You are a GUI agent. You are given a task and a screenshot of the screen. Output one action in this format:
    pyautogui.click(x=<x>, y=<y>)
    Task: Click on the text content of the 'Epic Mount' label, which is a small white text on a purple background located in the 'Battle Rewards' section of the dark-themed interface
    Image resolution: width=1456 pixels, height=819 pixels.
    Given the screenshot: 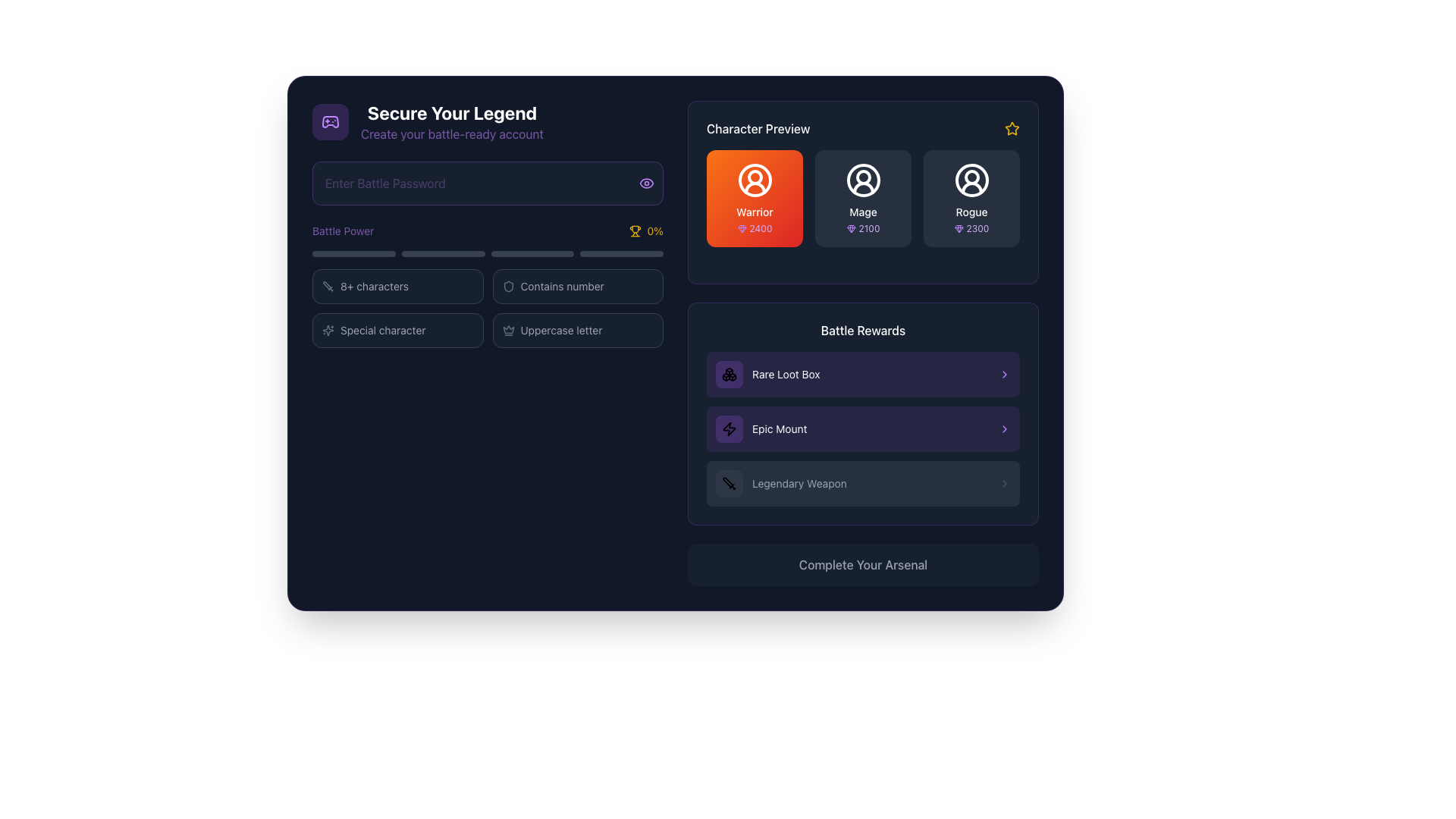 What is the action you would take?
    pyautogui.click(x=780, y=429)
    